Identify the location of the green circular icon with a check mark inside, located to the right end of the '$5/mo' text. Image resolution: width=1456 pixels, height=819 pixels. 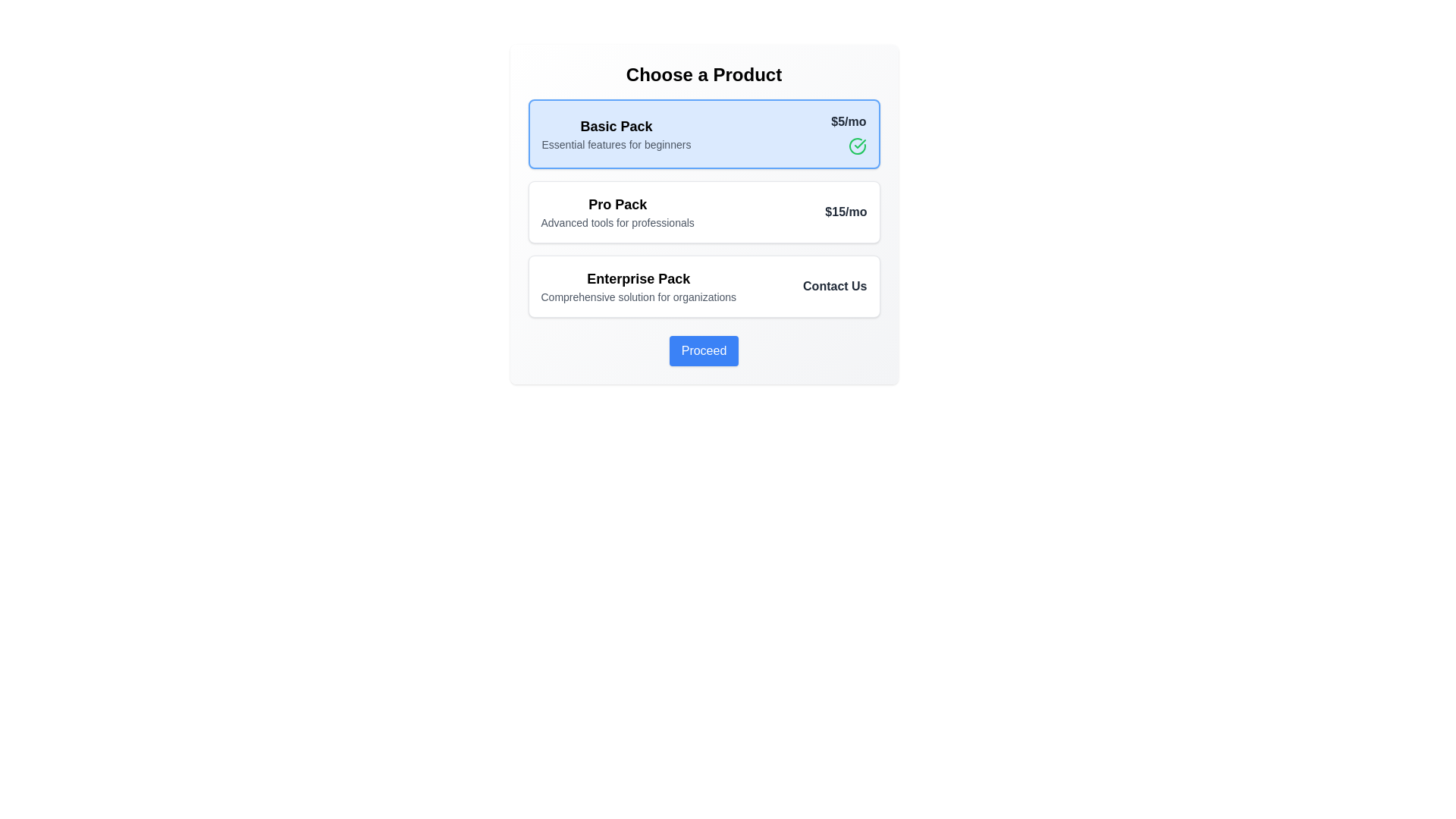
(857, 146).